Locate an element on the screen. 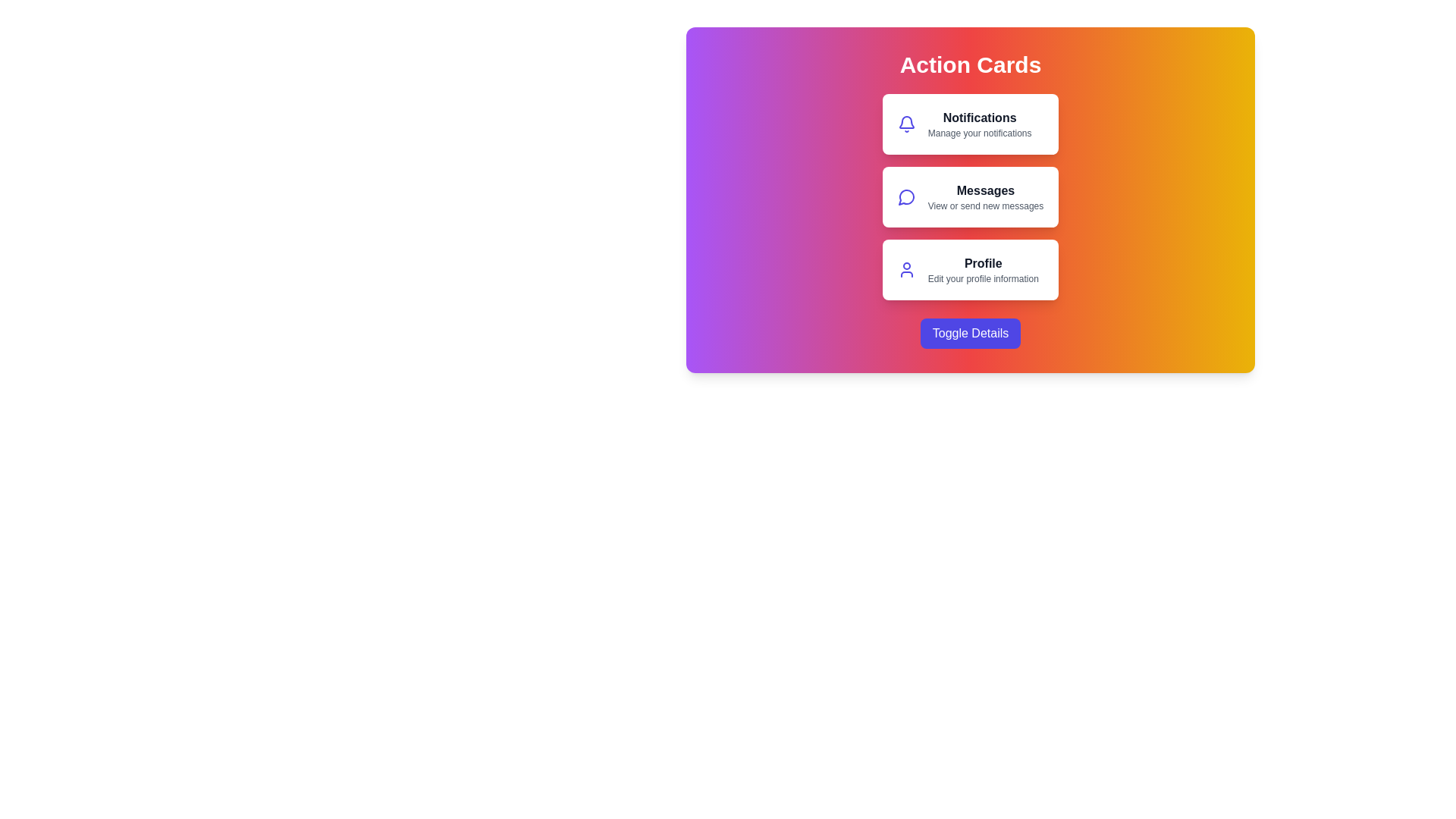 This screenshot has width=1456, height=819. descriptive subtitle text located directly beneath the 'Messages' title within the same card, which provides additional context about the functionality of the 'Messages' card is located at coordinates (986, 206).